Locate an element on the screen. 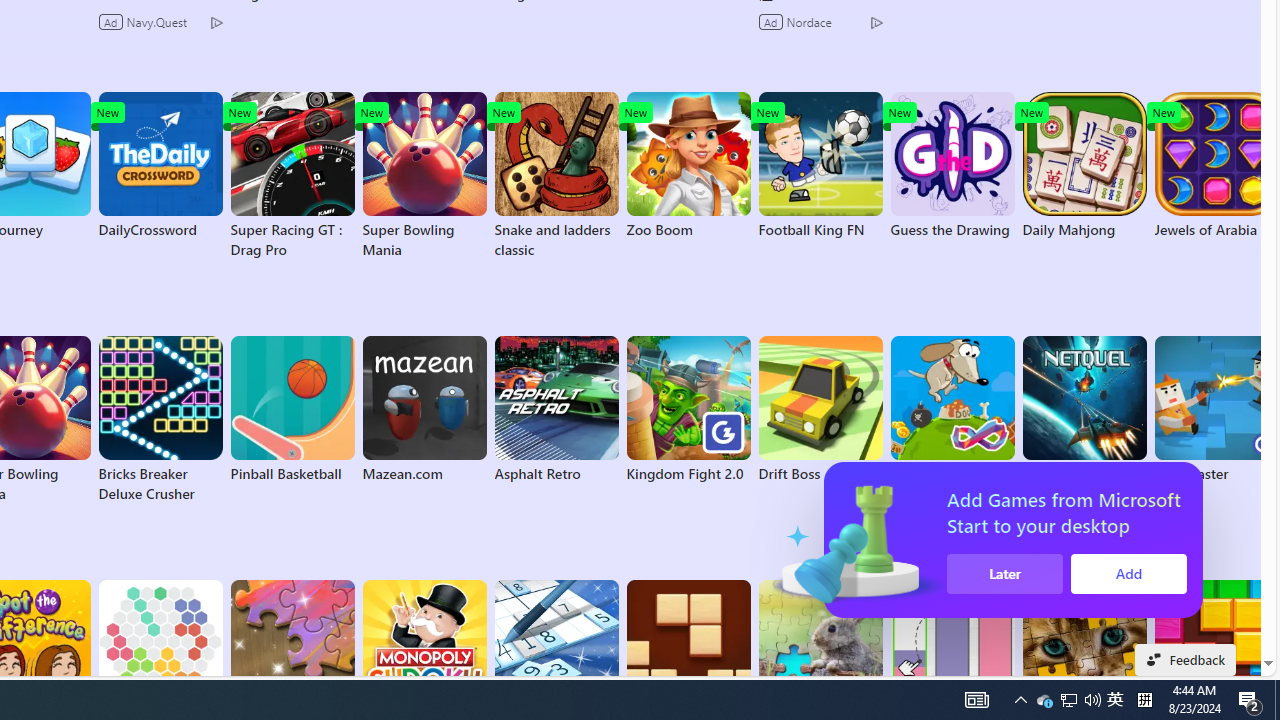  'Super Racing GT : Drag Pro' is located at coordinates (291, 175).